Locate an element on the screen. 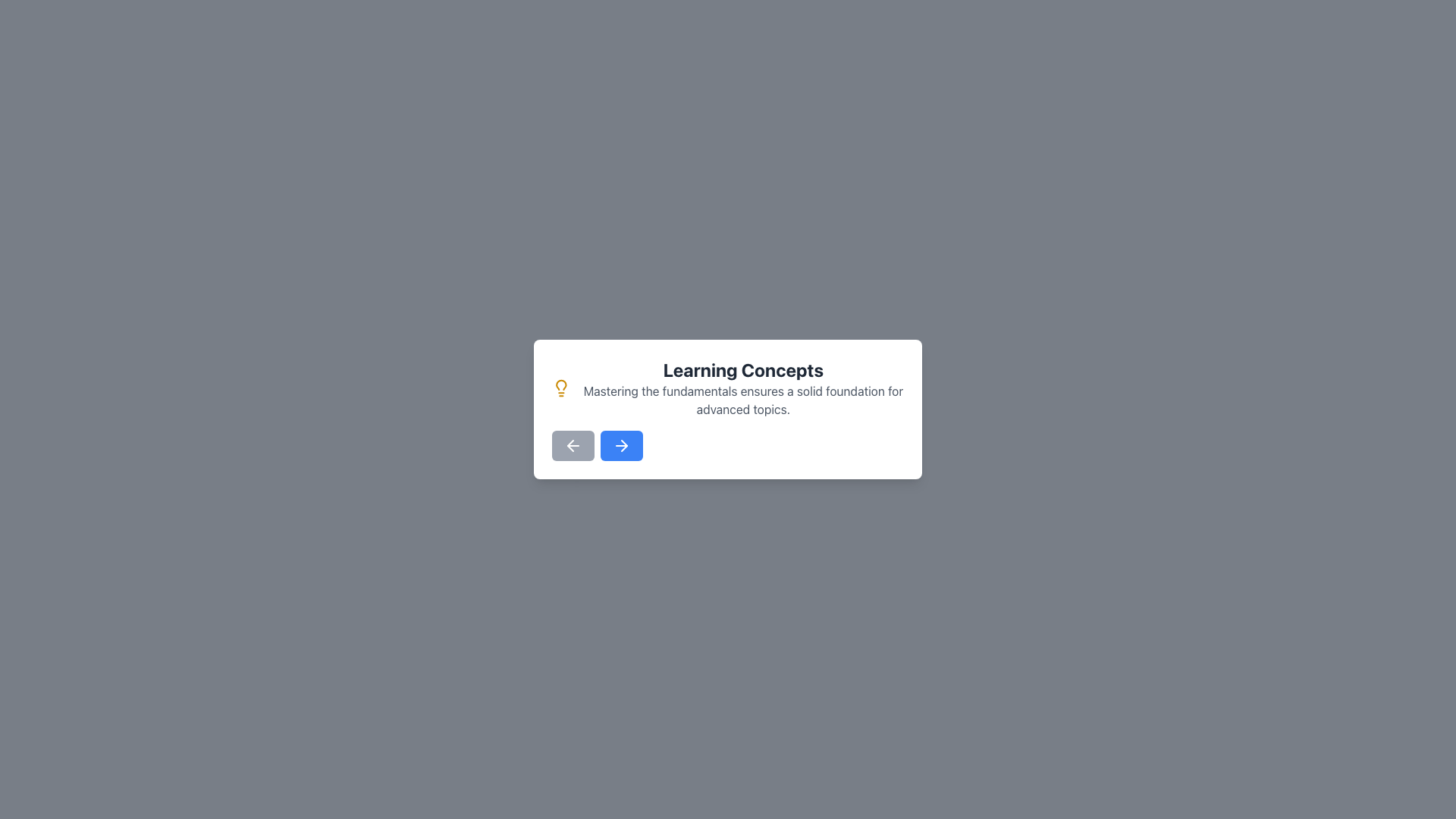 The width and height of the screenshot is (1456, 819). the lightbulb icon that represents an idea or concept, located to the left of the 'Learning Concepts' text is located at coordinates (560, 388).